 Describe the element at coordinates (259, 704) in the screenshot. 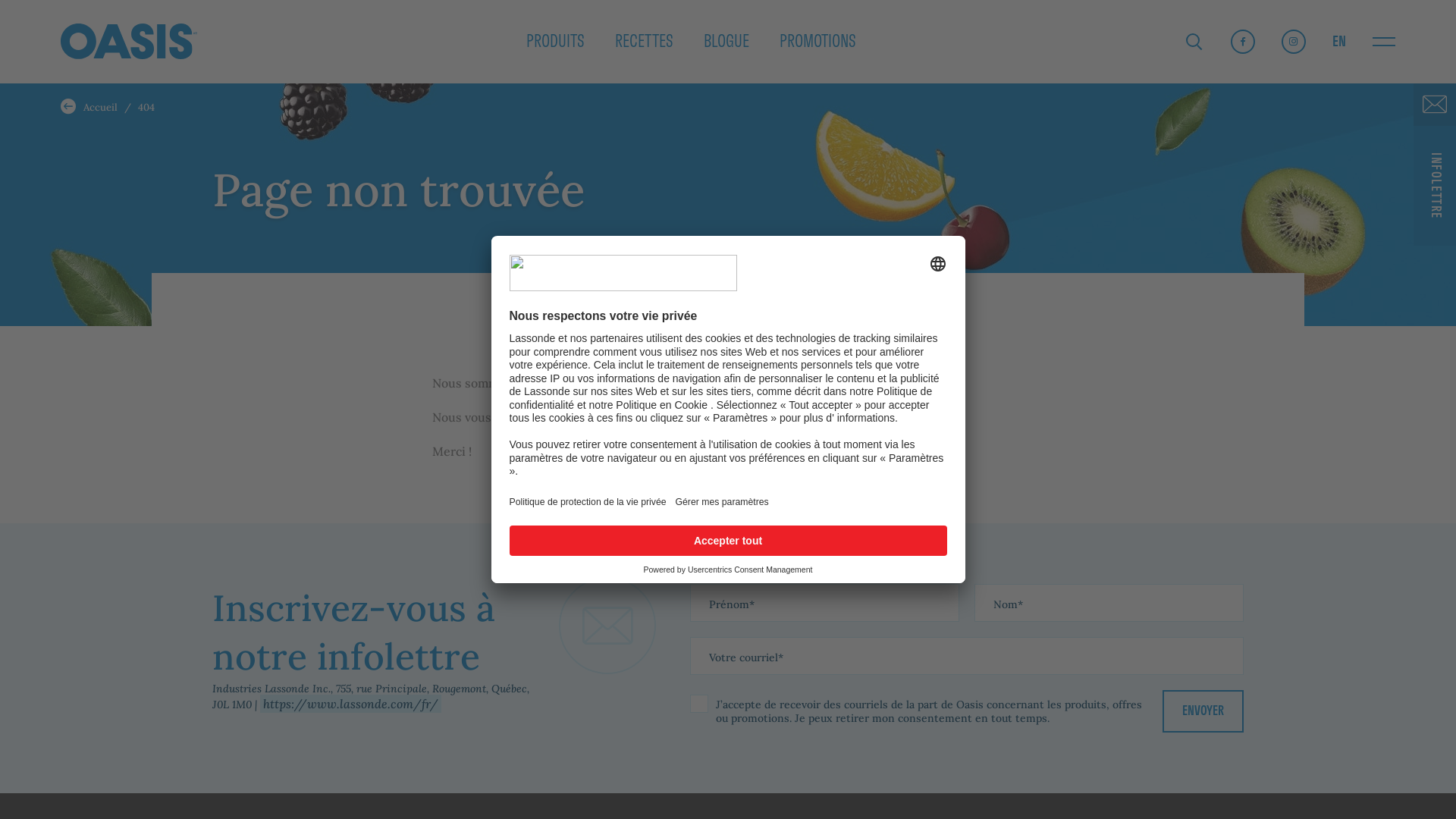

I see `'https://www.lassonde.com/fr/'` at that location.